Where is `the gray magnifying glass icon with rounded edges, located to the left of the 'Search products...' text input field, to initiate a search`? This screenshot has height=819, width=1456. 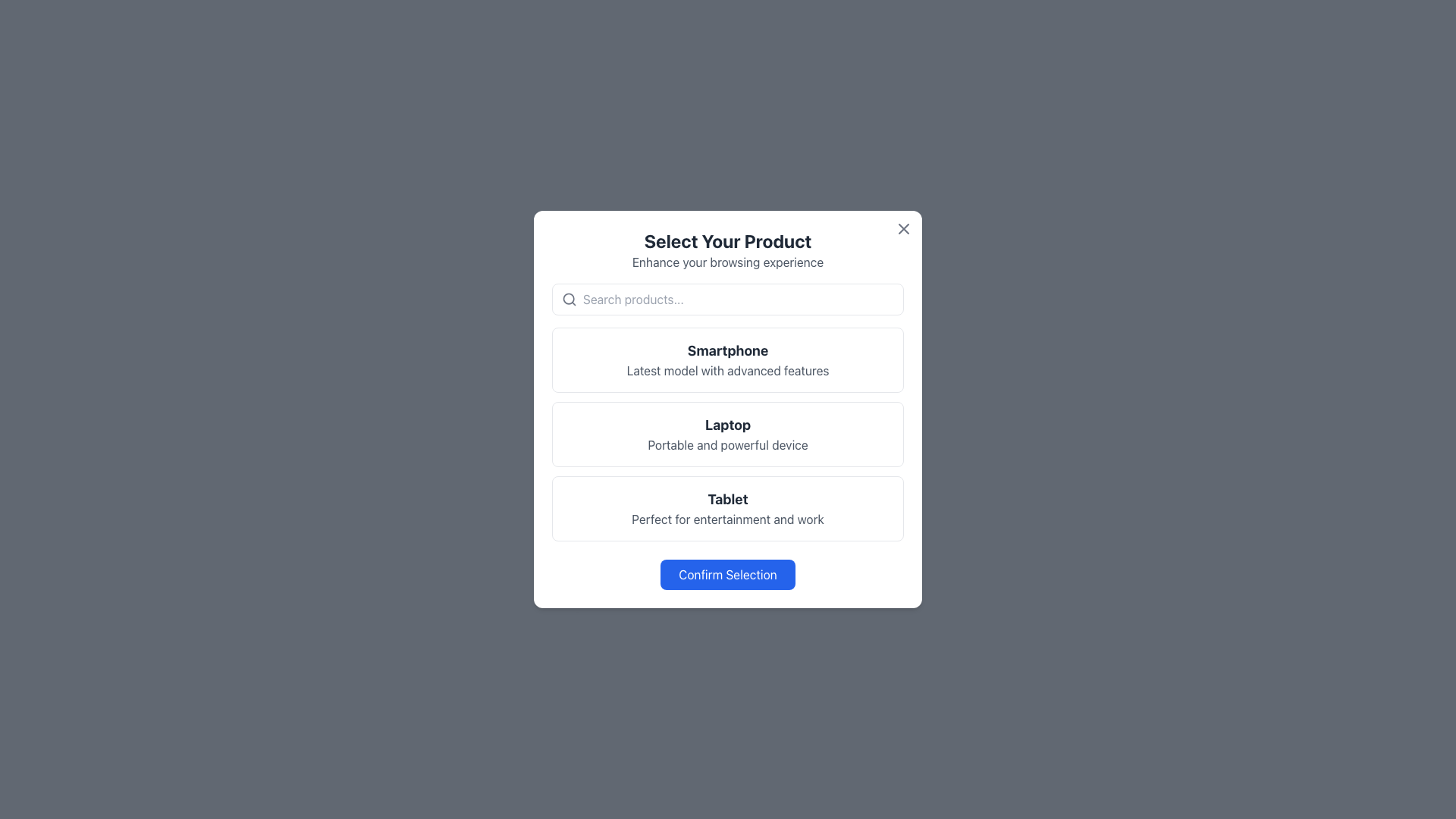
the gray magnifying glass icon with rounded edges, located to the left of the 'Search products...' text input field, to initiate a search is located at coordinates (568, 299).